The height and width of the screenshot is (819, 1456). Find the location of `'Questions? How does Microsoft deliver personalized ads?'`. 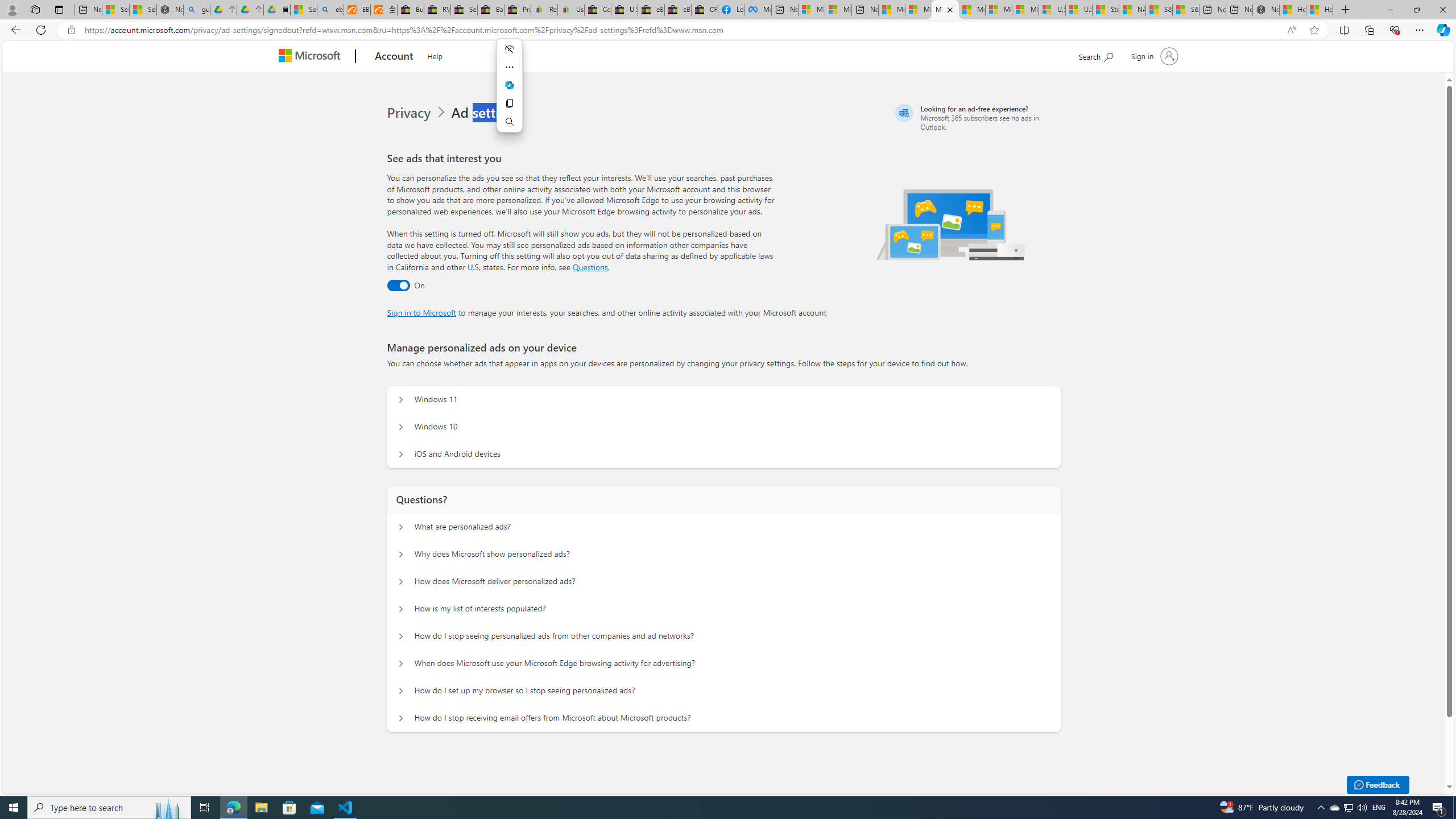

'Questions? How does Microsoft deliver personalized ads?' is located at coordinates (401, 581).